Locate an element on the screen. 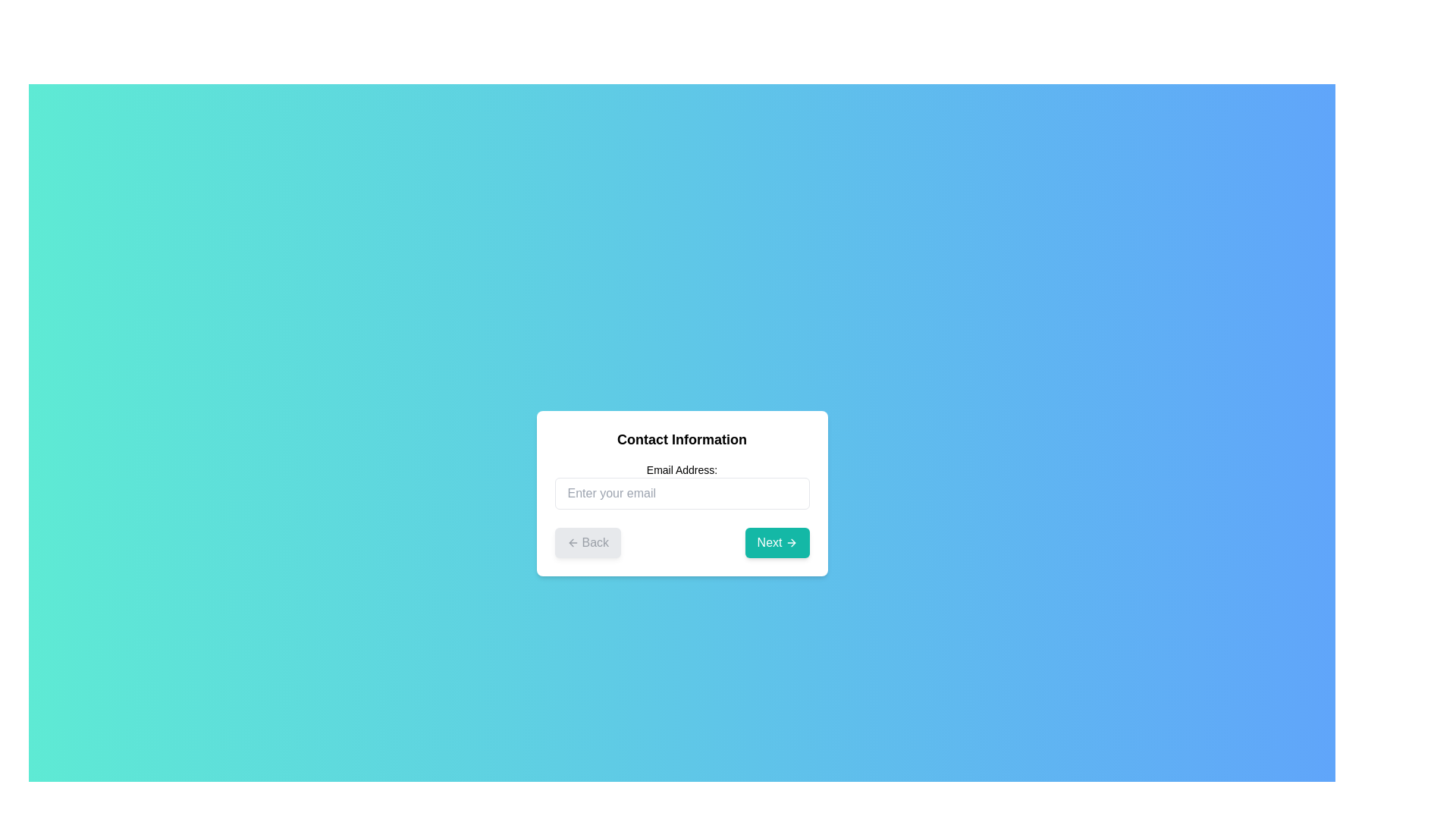 The width and height of the screenshot is (1456, 819). the left-pointing arrow icon that is part of the 'Back' button, located at the bottom-left corner of the form area is located at coordinates (572, 542).